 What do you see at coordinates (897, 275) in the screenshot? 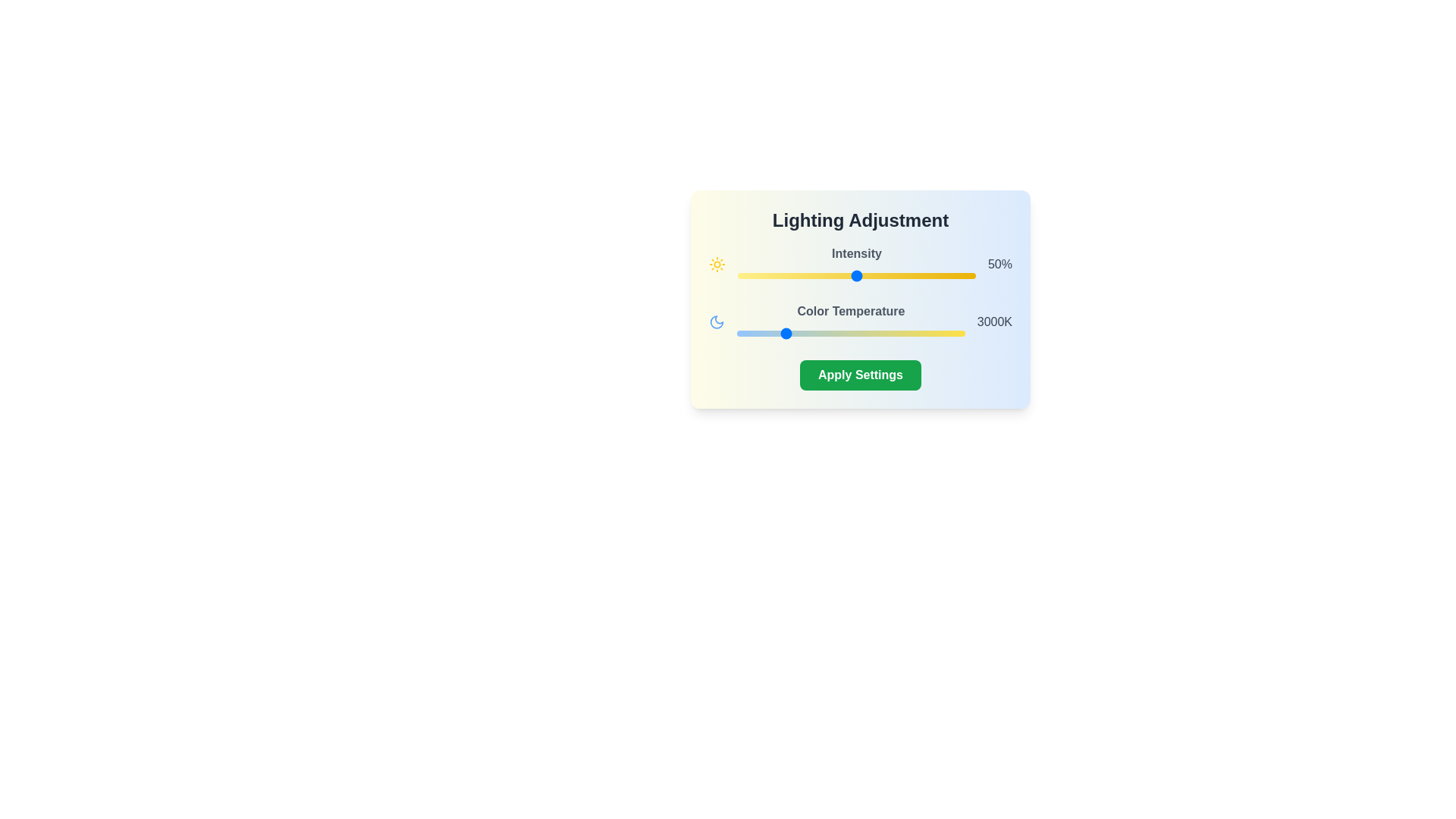
I see `the intensity slider to set the lighting intensity to 67%` at bounding box center [897, 275].